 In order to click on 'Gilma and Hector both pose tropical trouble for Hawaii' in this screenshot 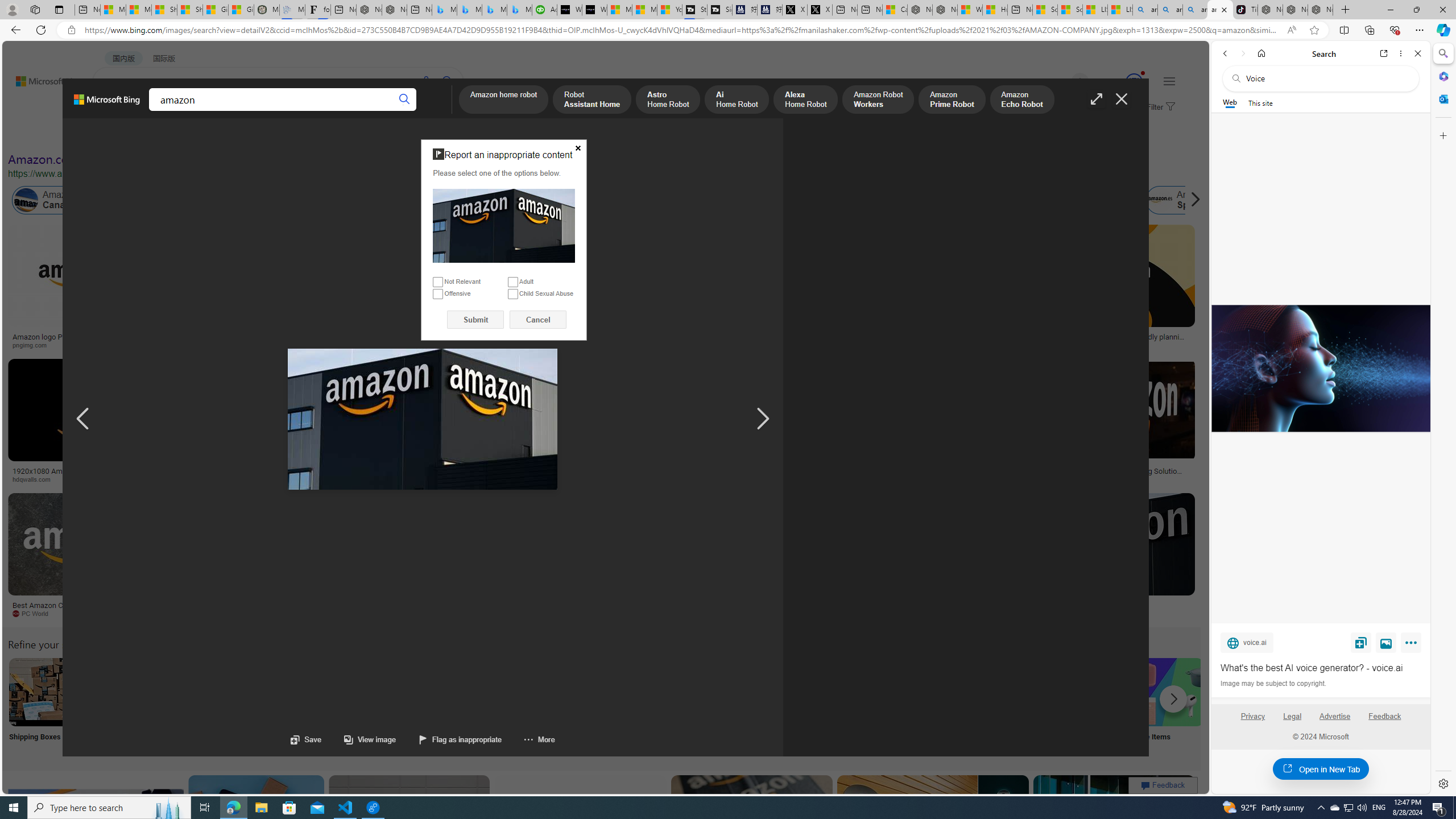, I will do `click(241, 9)`.